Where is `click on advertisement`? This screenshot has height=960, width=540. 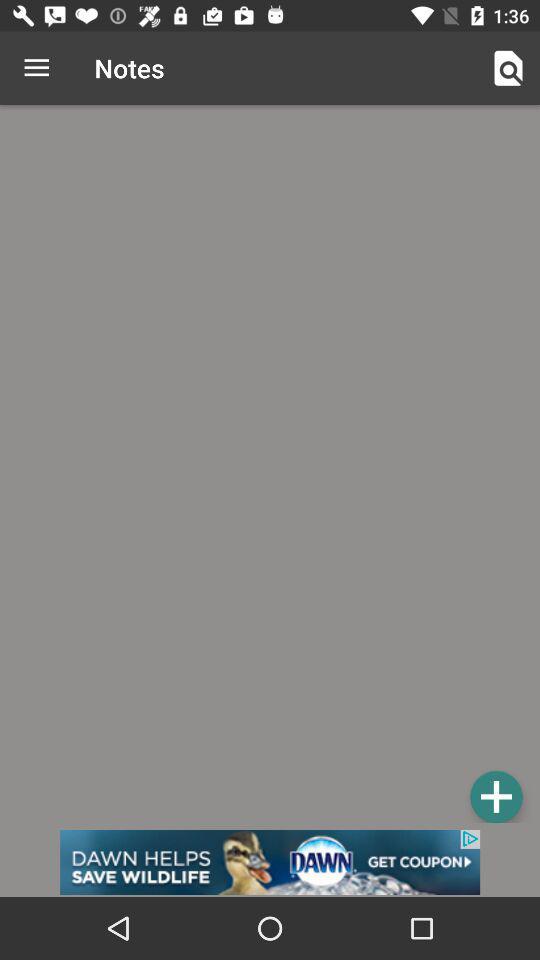 click on advertisement is located at coordinates (270, 861).